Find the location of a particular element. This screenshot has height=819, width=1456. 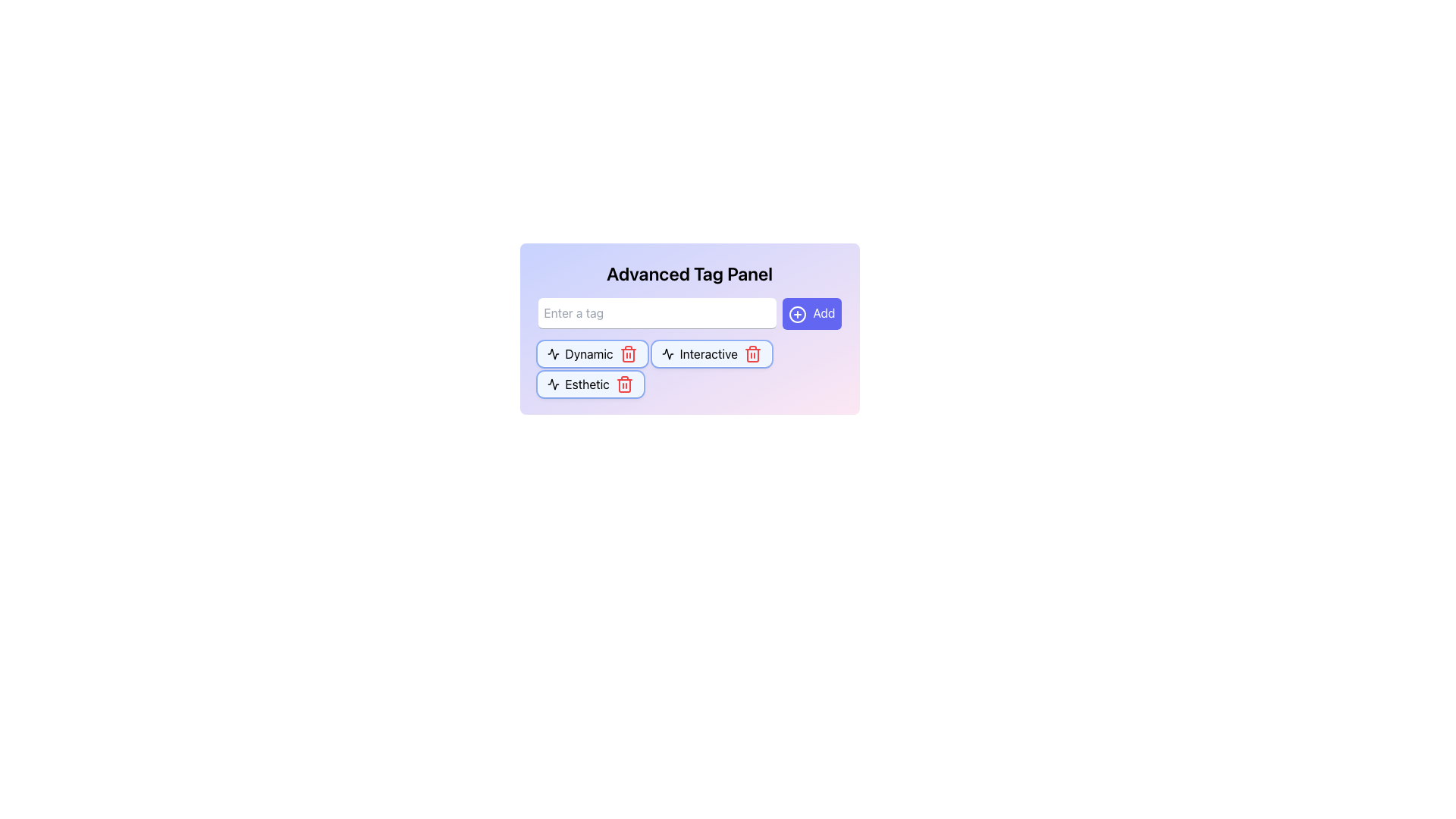

the circular 'Add' icon with a plus sign inside it, located in the top-right corner of the Advanced Tag Panel is located at coordinates (797, 313).